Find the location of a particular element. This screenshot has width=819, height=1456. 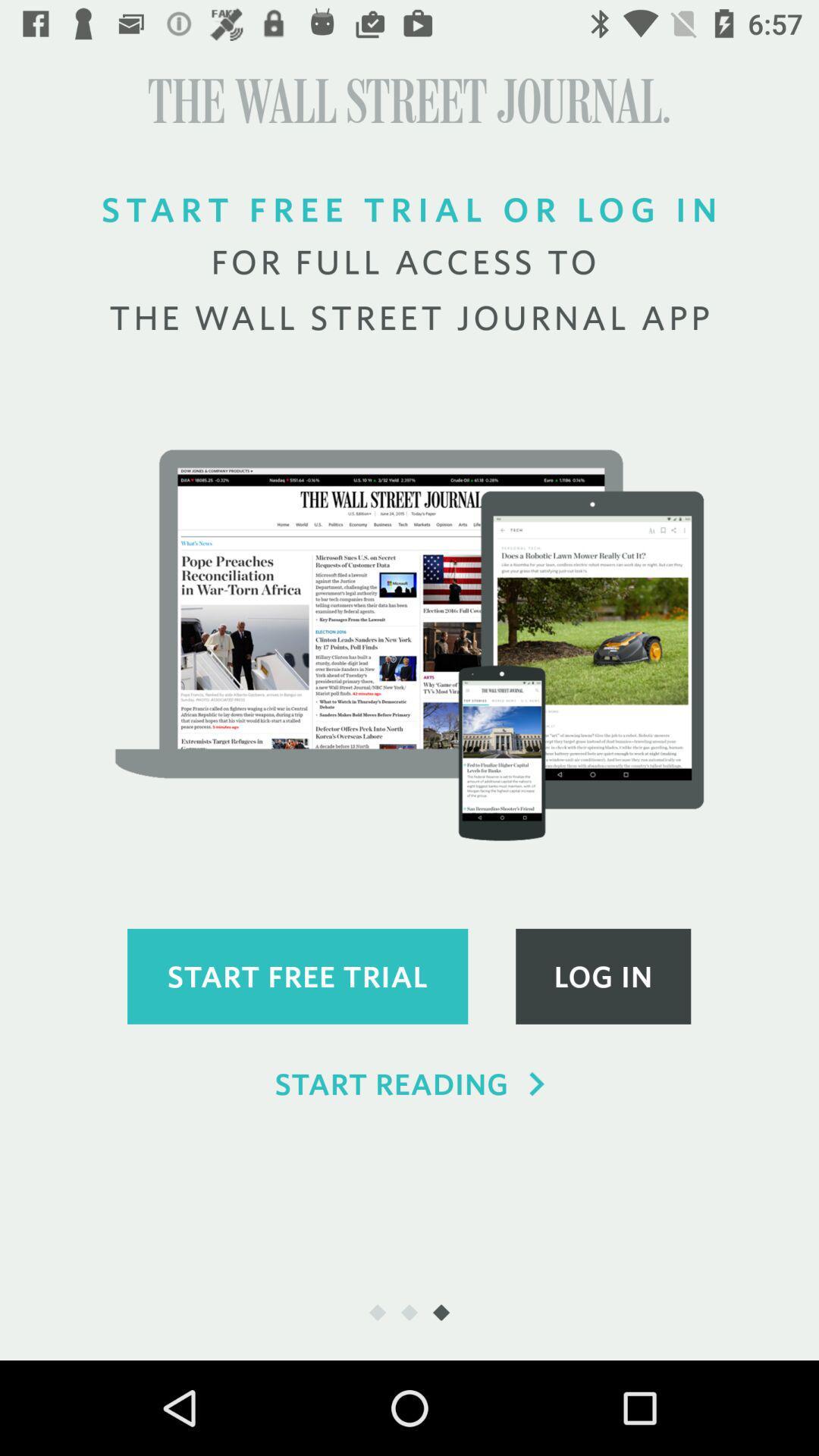

the third slider is located at coordinates (441, 1312).